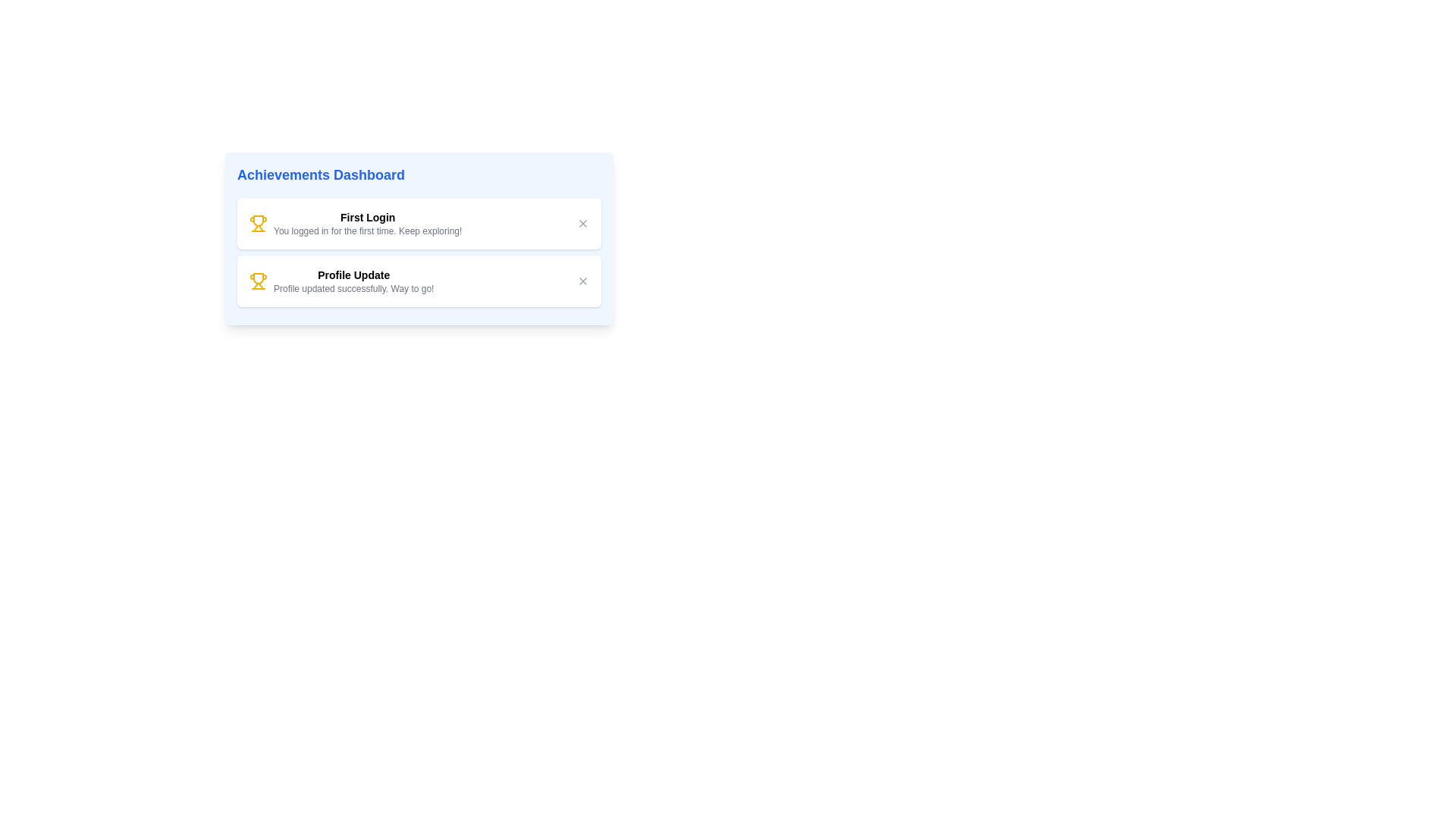 Image resolution: width=1456 pixels, height=819 pixels. Describe the element at coordinates (353, 275) in the screenshot. I see `text of the Text Label located in the second achievement block of the Achievements Dashboard, positioned above the message 'Profile updated successfully. Way to go!' and next to the gold trophy icon` at that location.